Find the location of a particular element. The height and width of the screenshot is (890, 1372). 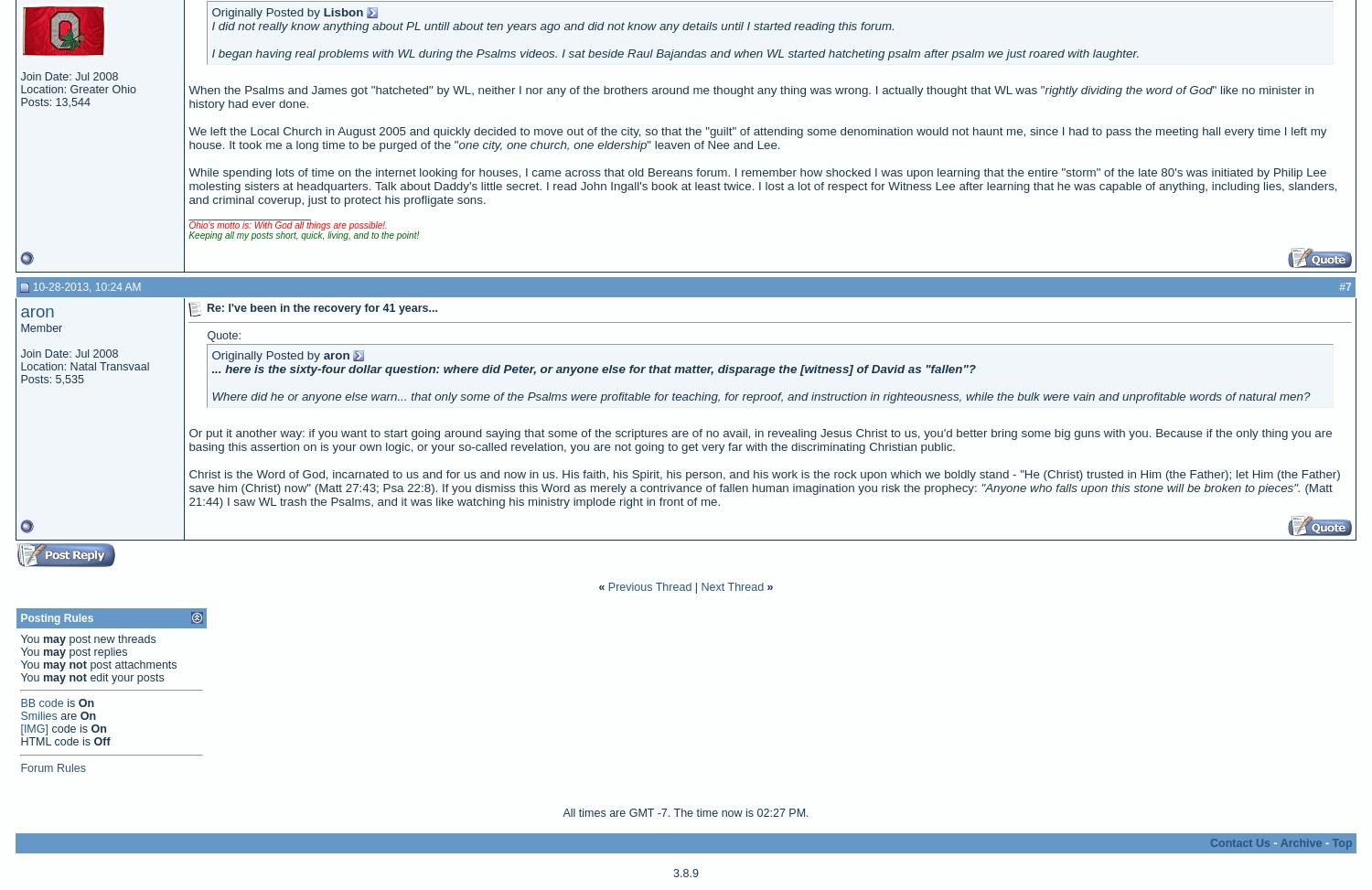

'Top' is located at coordinates (1341, 842).